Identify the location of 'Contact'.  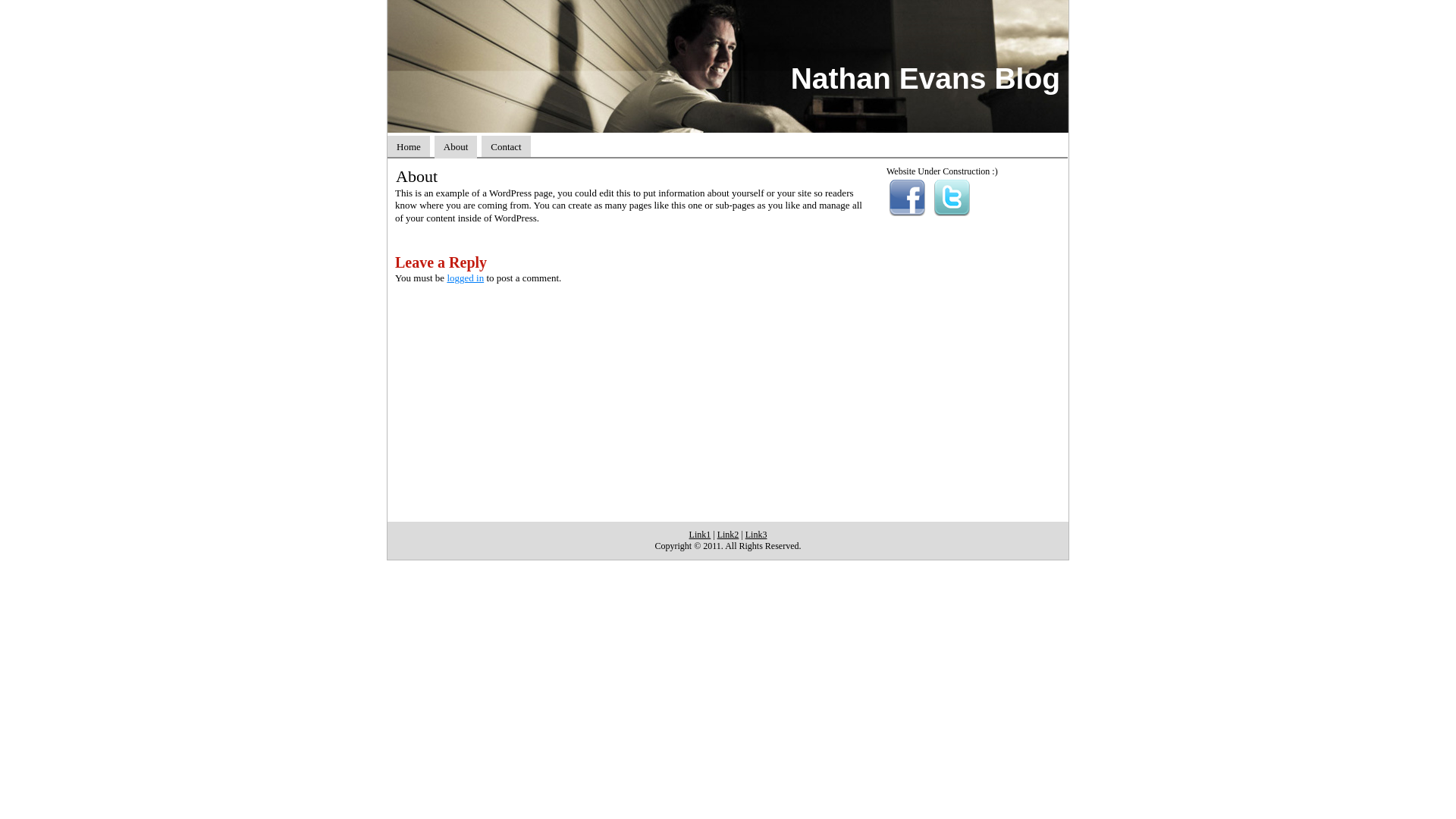
(506, 146).